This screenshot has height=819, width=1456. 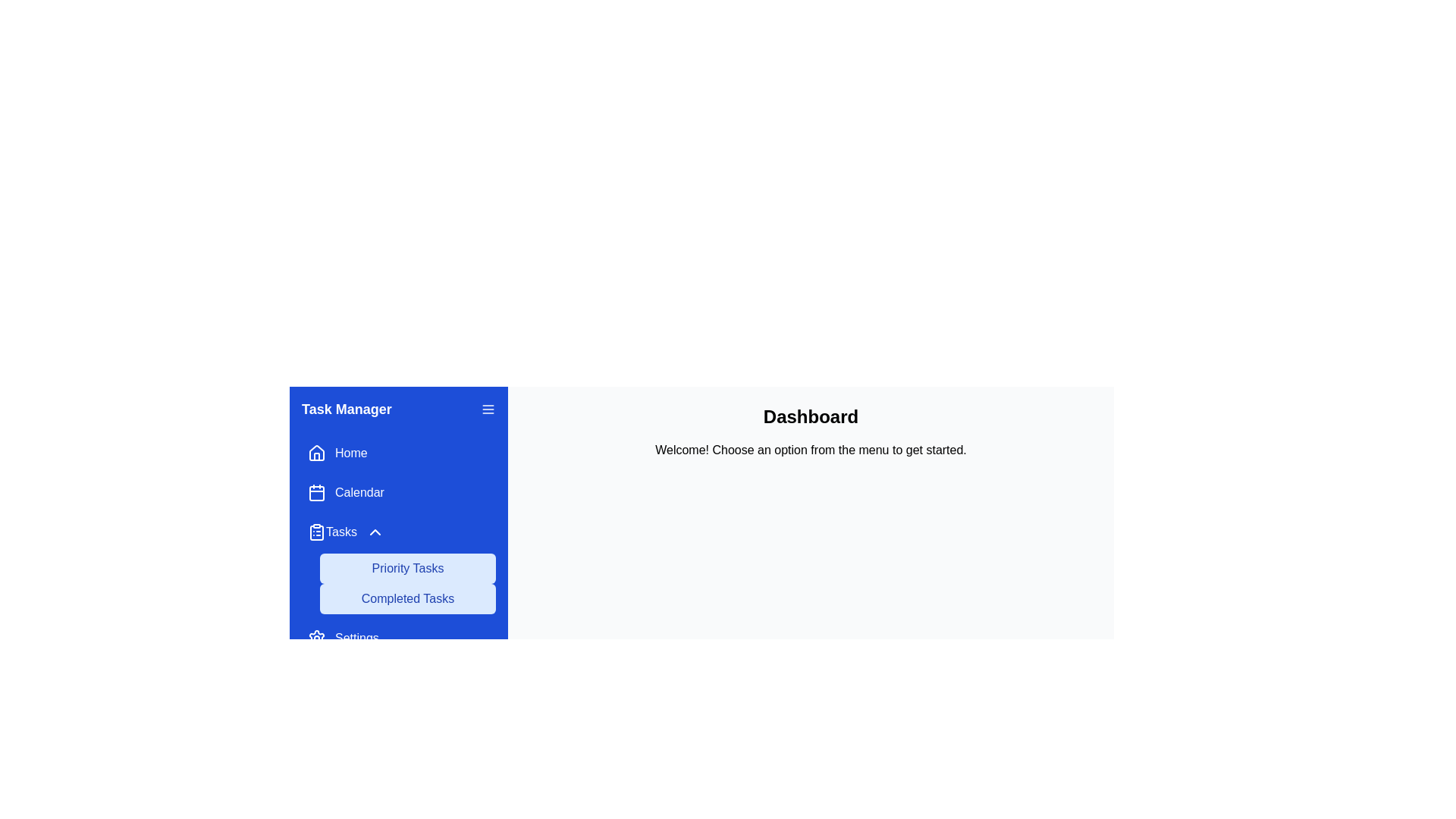 I want to click on the navigation button located in the vertical menu, which is the second item below 'Home' and above 'Tasks', so click(x=399, y=493).